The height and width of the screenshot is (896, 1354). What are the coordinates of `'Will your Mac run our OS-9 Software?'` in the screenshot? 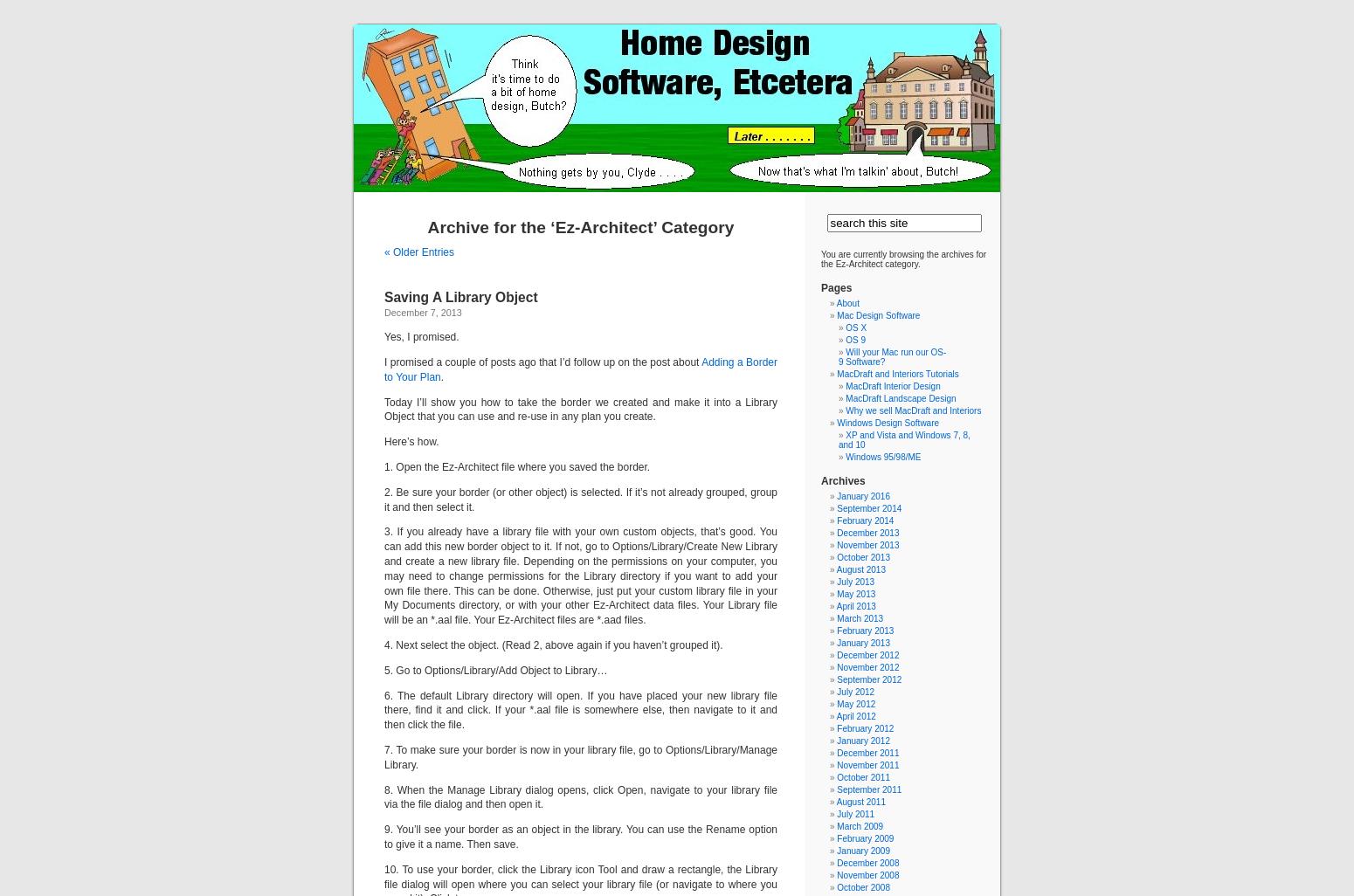 It's located at (838, 355).